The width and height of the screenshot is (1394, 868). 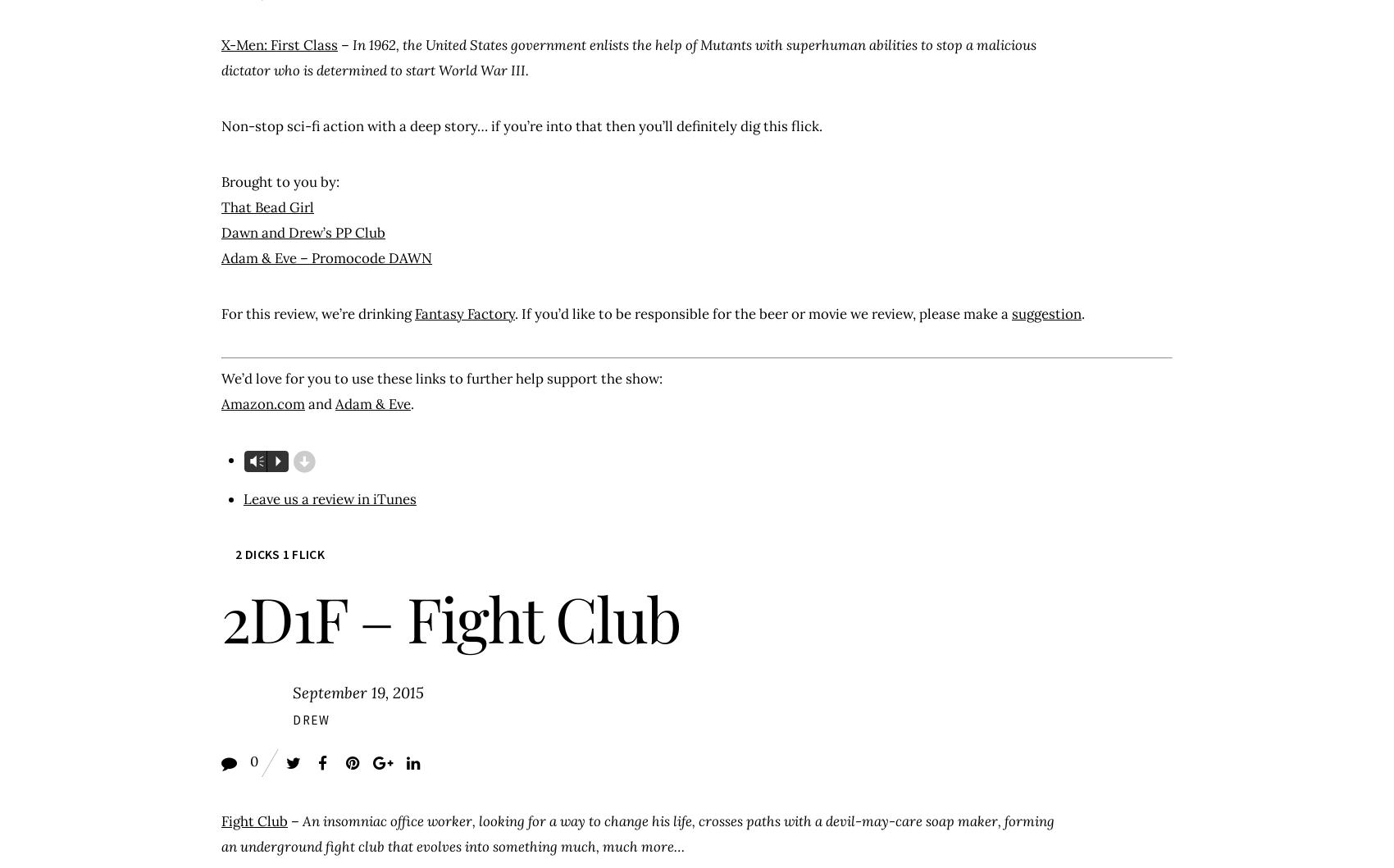 What do you see at coordinates (242, 497) in the screenshot?
I see `'Leave us a review in iTunes'` at bounding box center [242, 497].